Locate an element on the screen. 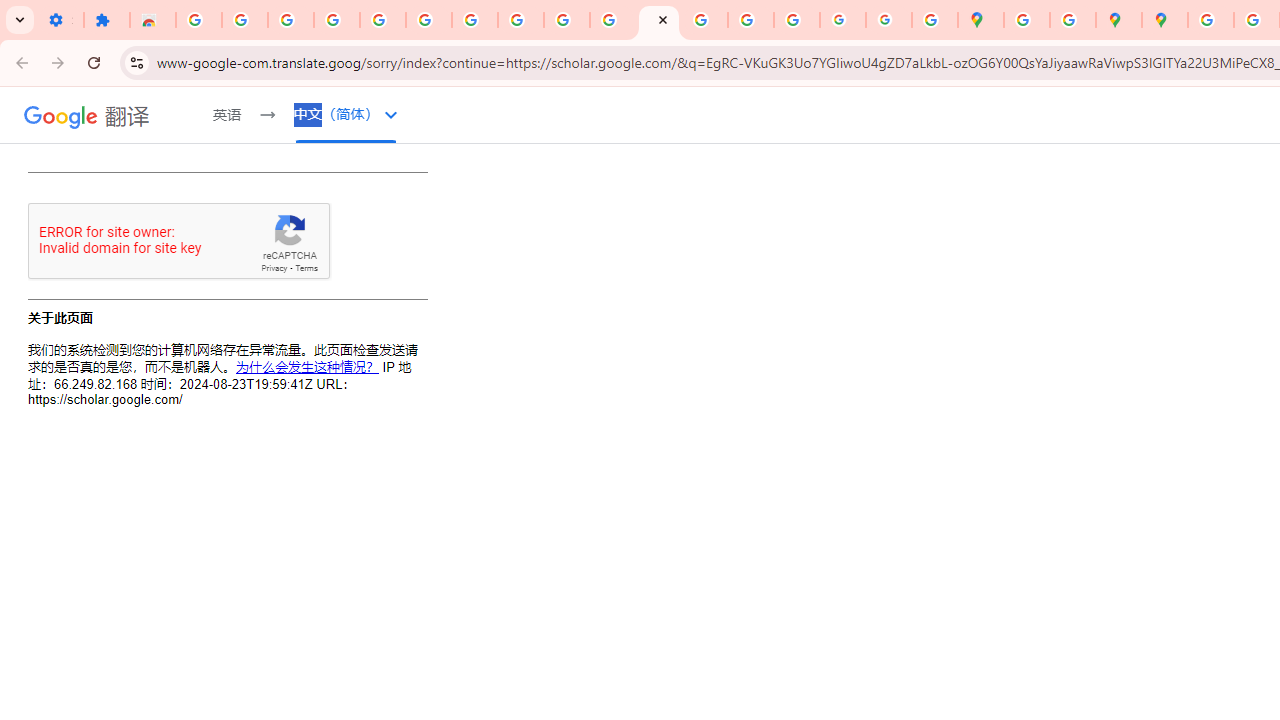  'Settings - On startup' is located at coordinates (60, 20).